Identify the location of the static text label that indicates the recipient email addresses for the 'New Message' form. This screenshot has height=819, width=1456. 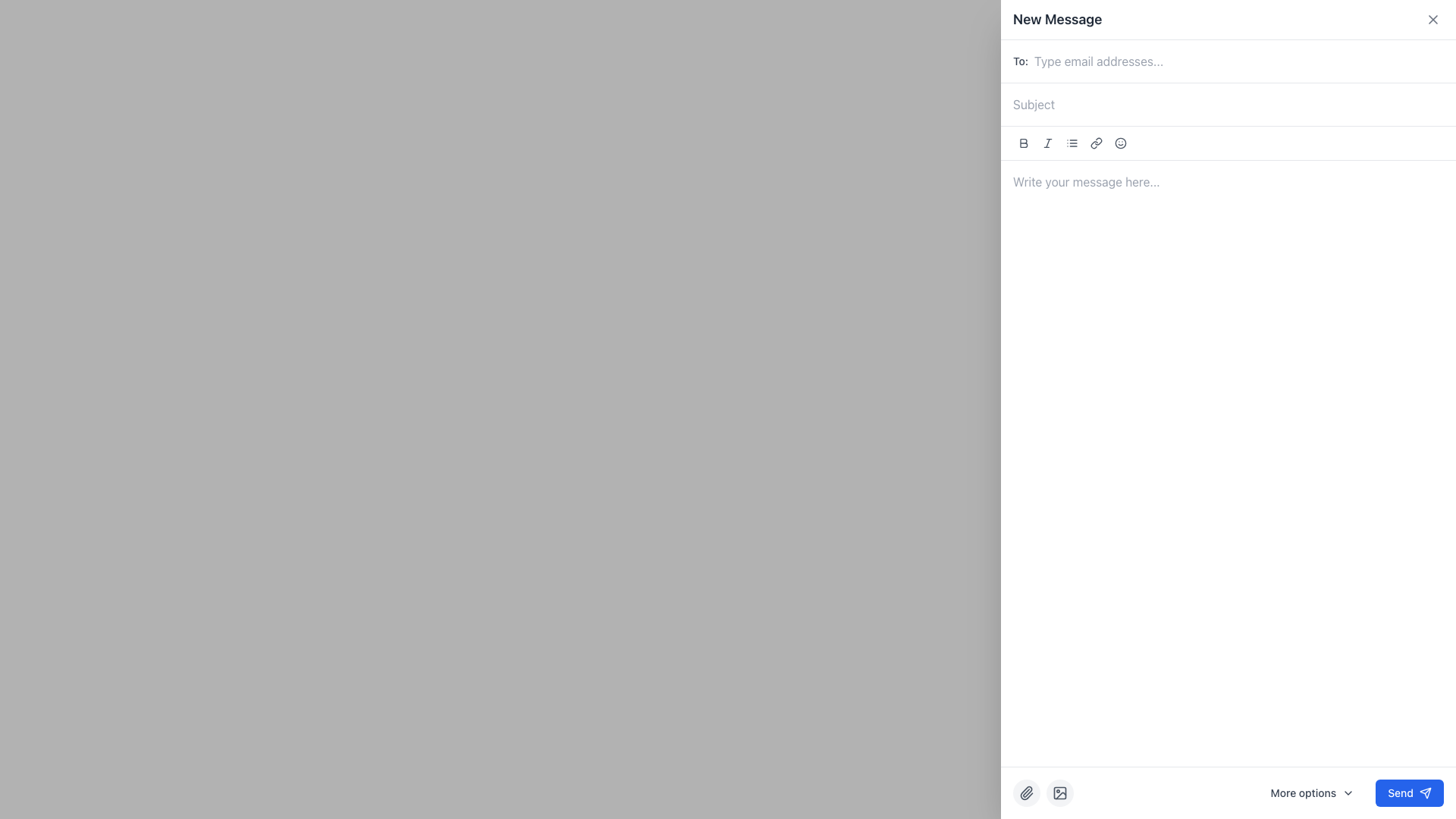
(1020, 61).